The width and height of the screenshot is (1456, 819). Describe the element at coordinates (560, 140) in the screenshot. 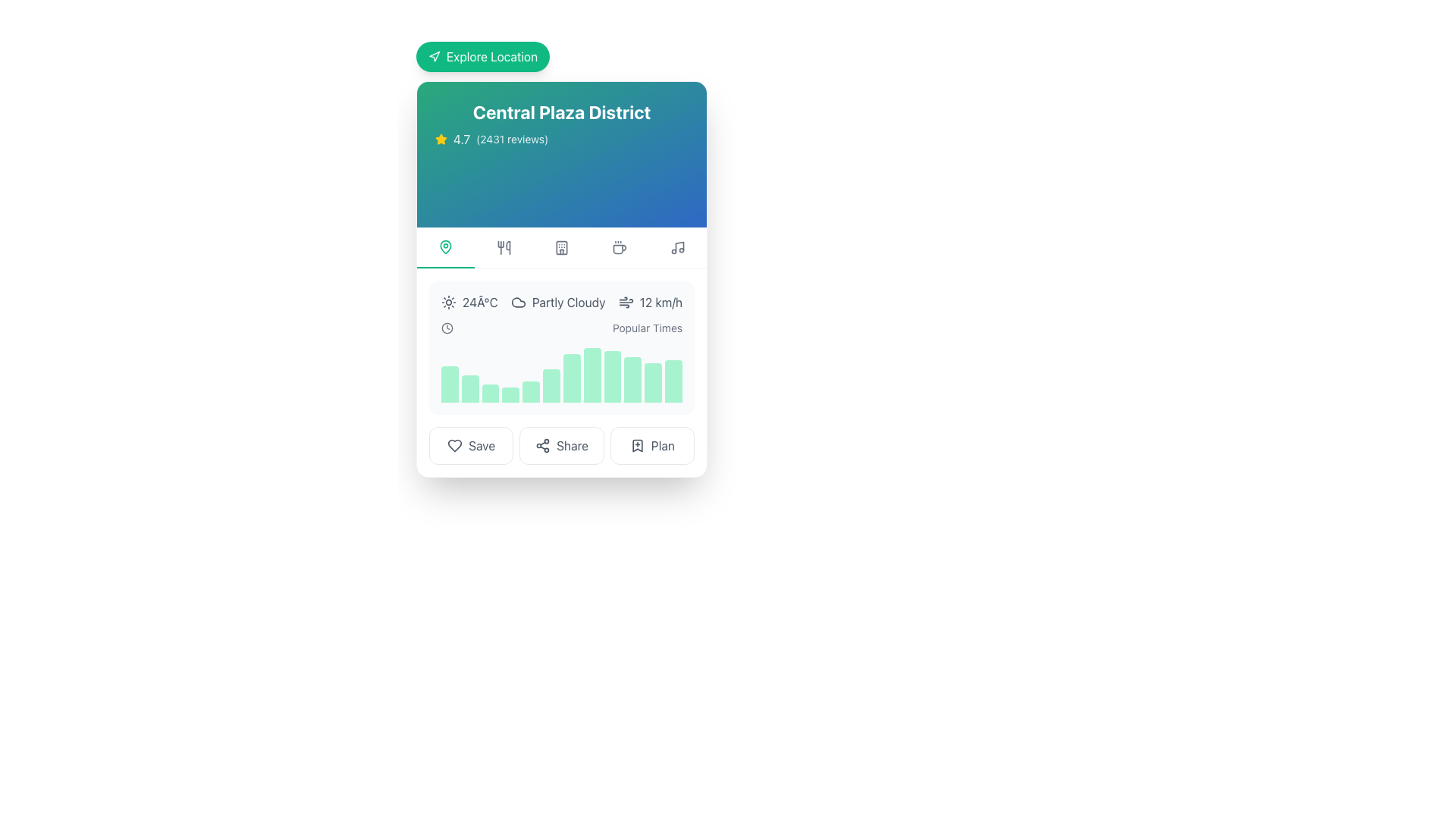

I see `the Rating display element indicating the score and number of reviews for 'Central Plaza District', located directly below the heading in the top section of the card component` at that location.